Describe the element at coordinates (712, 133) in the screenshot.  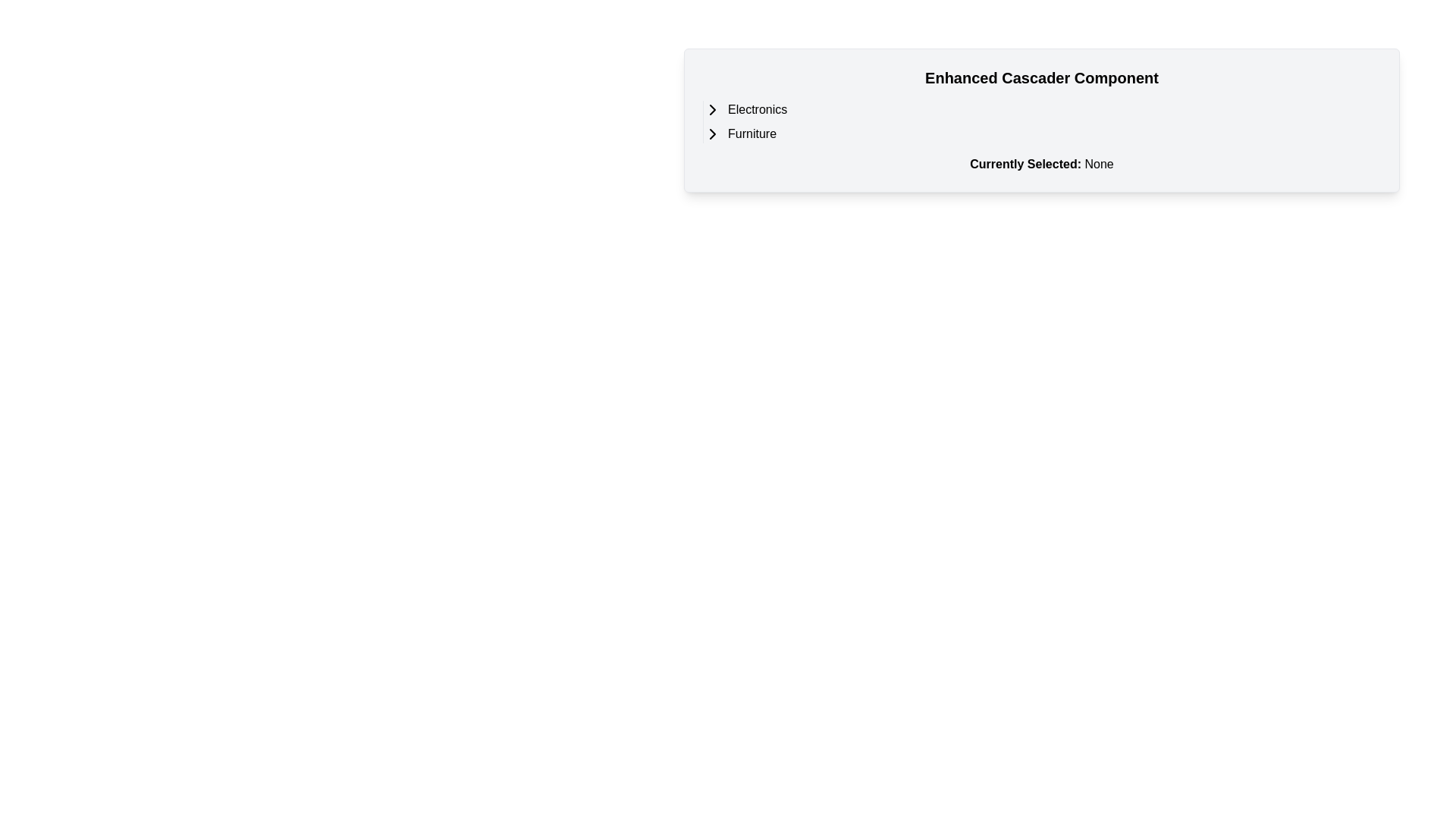
I see `the icon button located to the left of the text 'Furniture'` at that location.